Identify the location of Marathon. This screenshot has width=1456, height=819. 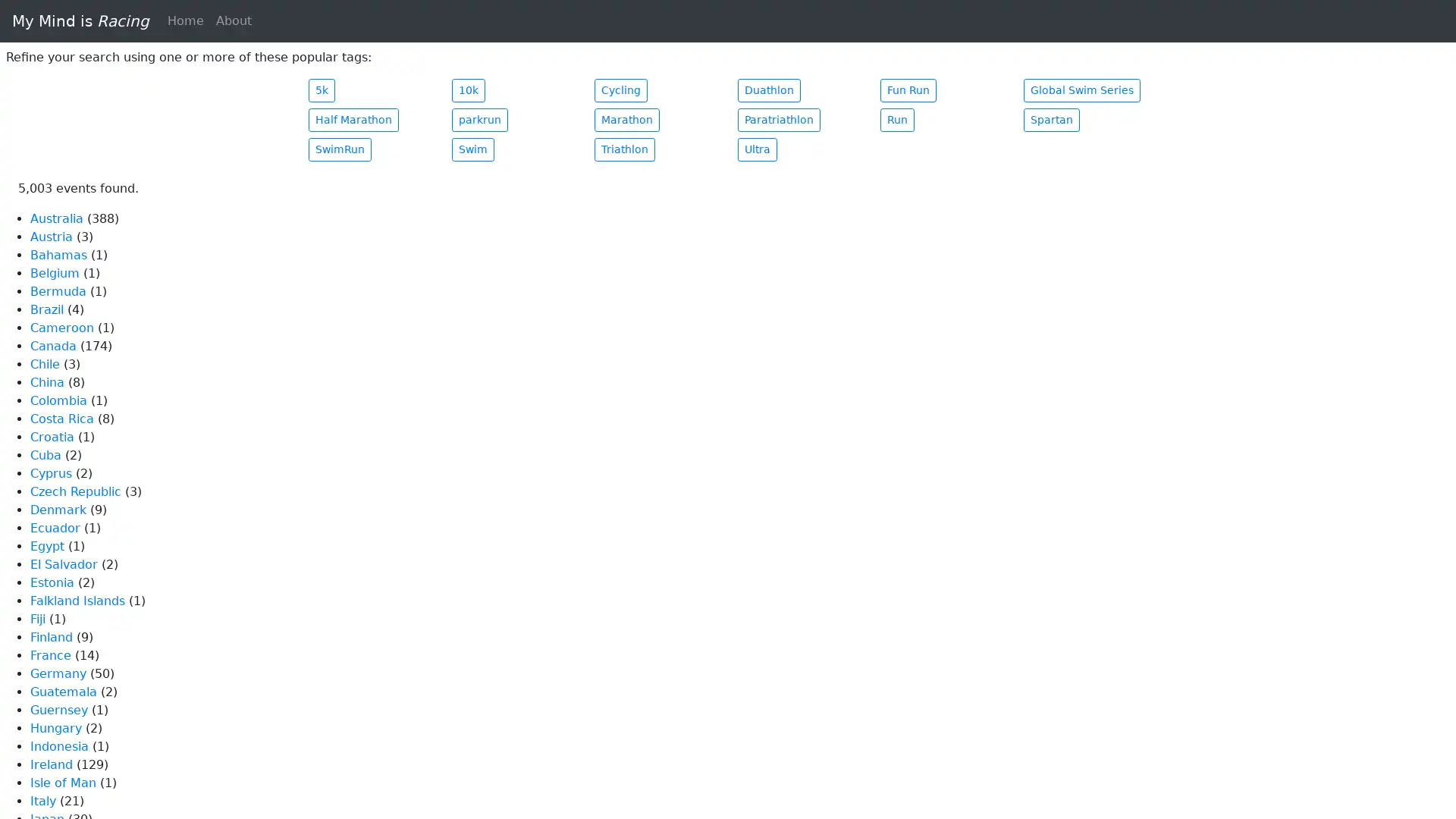
(626, 119).